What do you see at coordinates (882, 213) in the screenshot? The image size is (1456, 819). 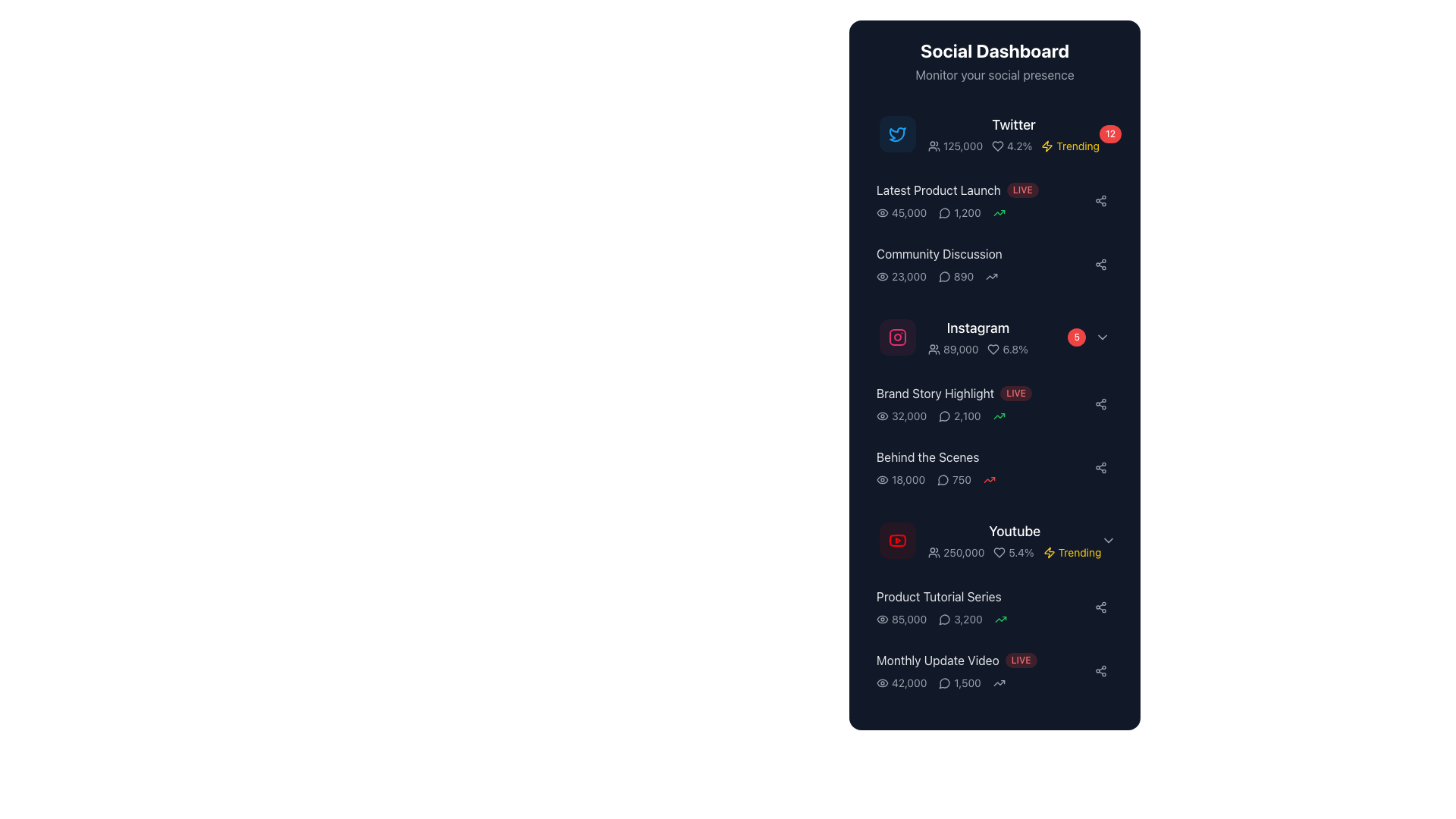 I see `the visibility indicator icon located in the 'Latest Product Launch' section of the dashboard, which is positioned to the left of the number '45,000'` at bounding box center [882, 213].